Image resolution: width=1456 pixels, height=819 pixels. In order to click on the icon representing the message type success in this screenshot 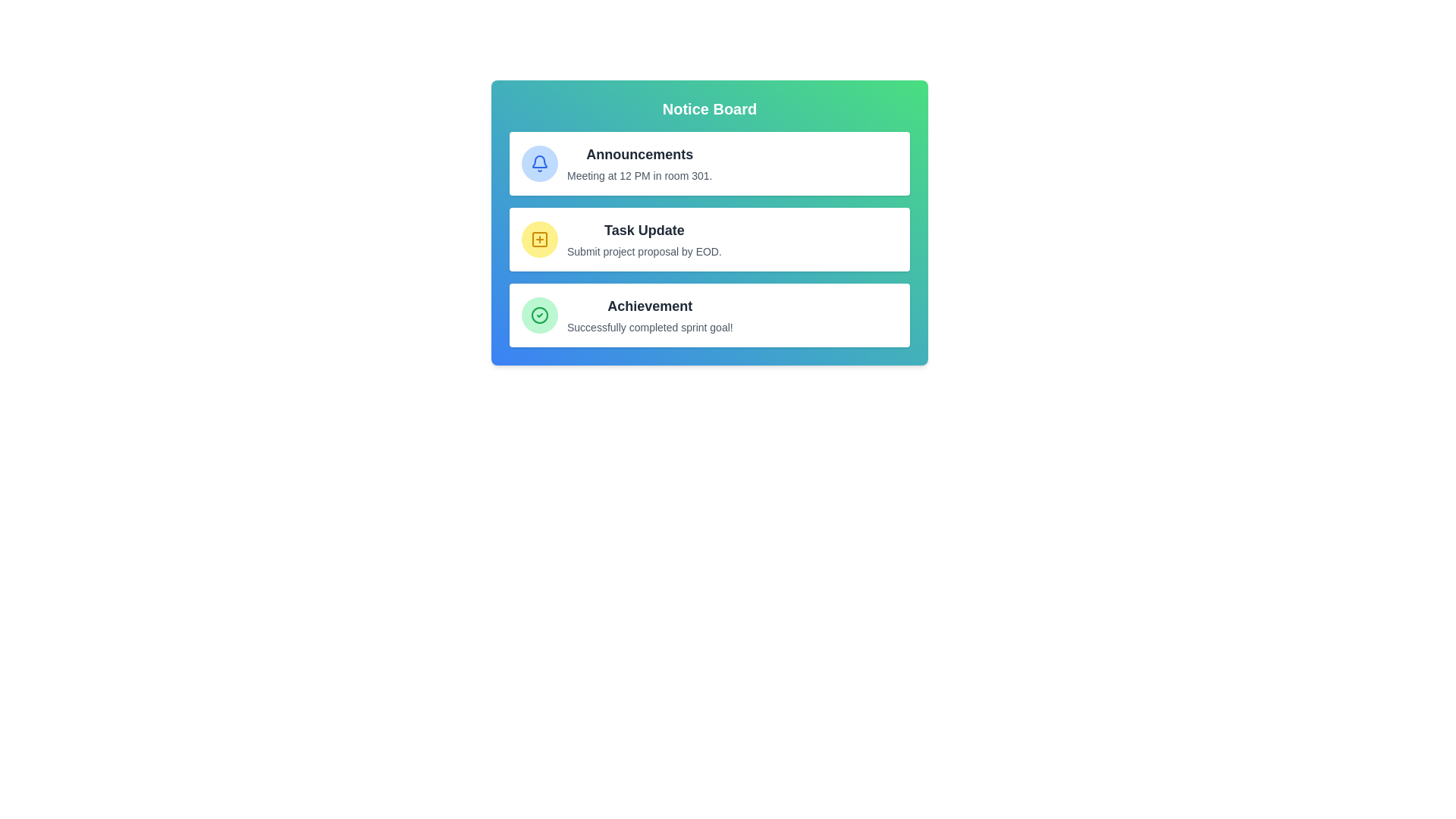, I will do `click(539, 315)`.